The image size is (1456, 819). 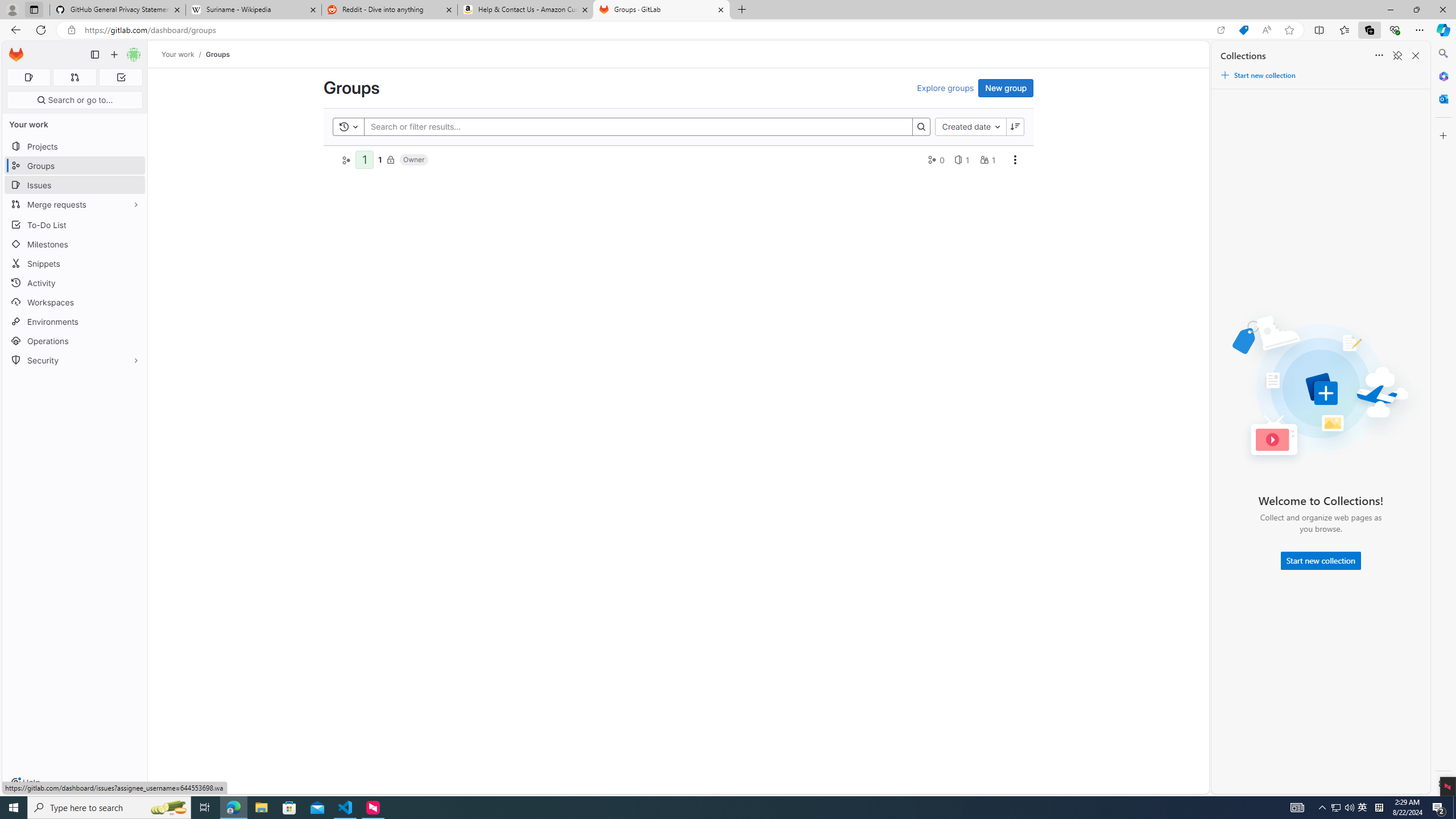 What do you see at coordinates (348, 126) in the screenshot?
I see `'Toggle history'` at bounding box center [348, 126].